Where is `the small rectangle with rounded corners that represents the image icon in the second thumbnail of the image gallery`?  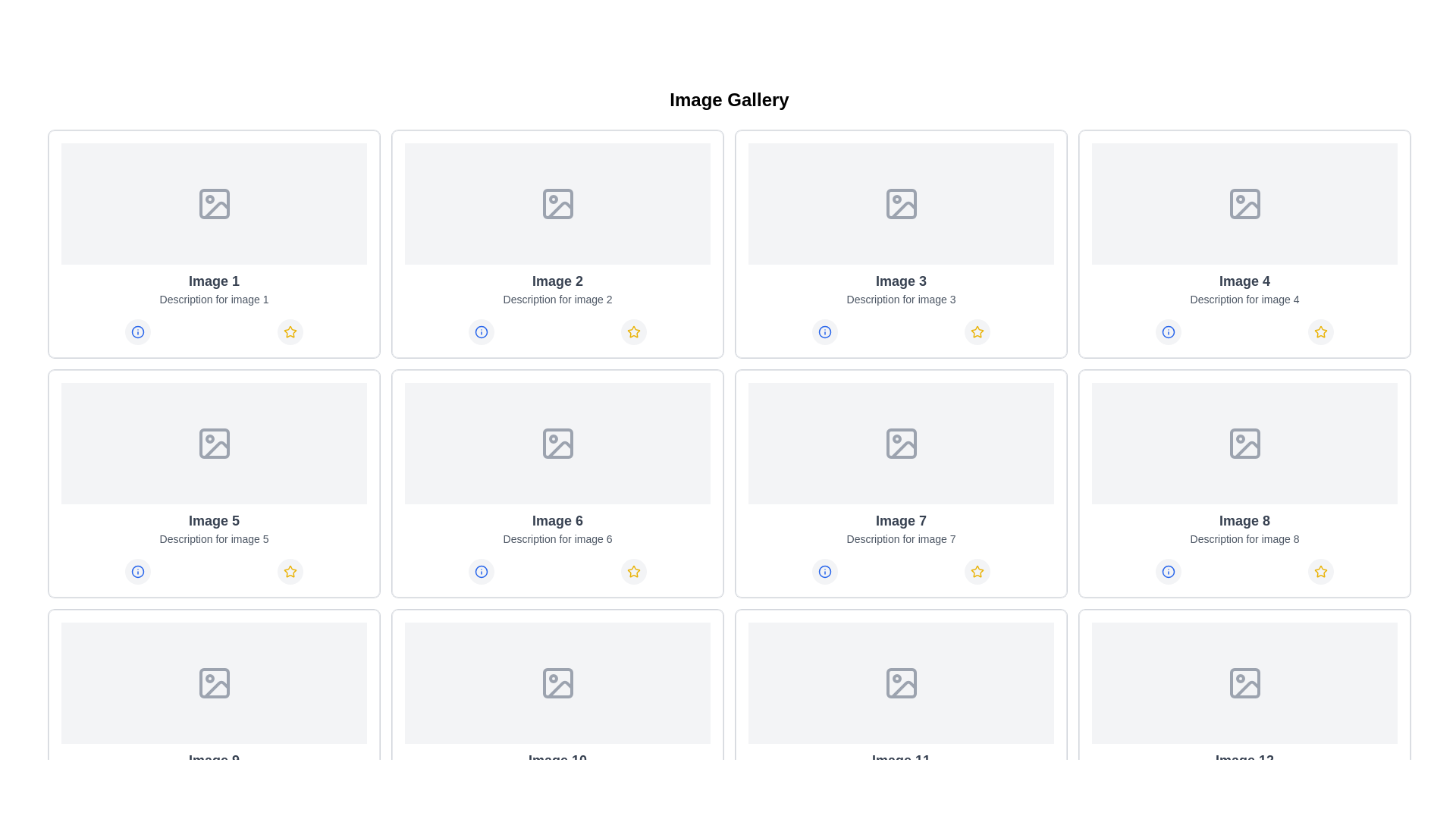 the small rectangle with rounded corners that represents the image icon in the second thumbnail of the image gallery is located at coordinates (557, 203).